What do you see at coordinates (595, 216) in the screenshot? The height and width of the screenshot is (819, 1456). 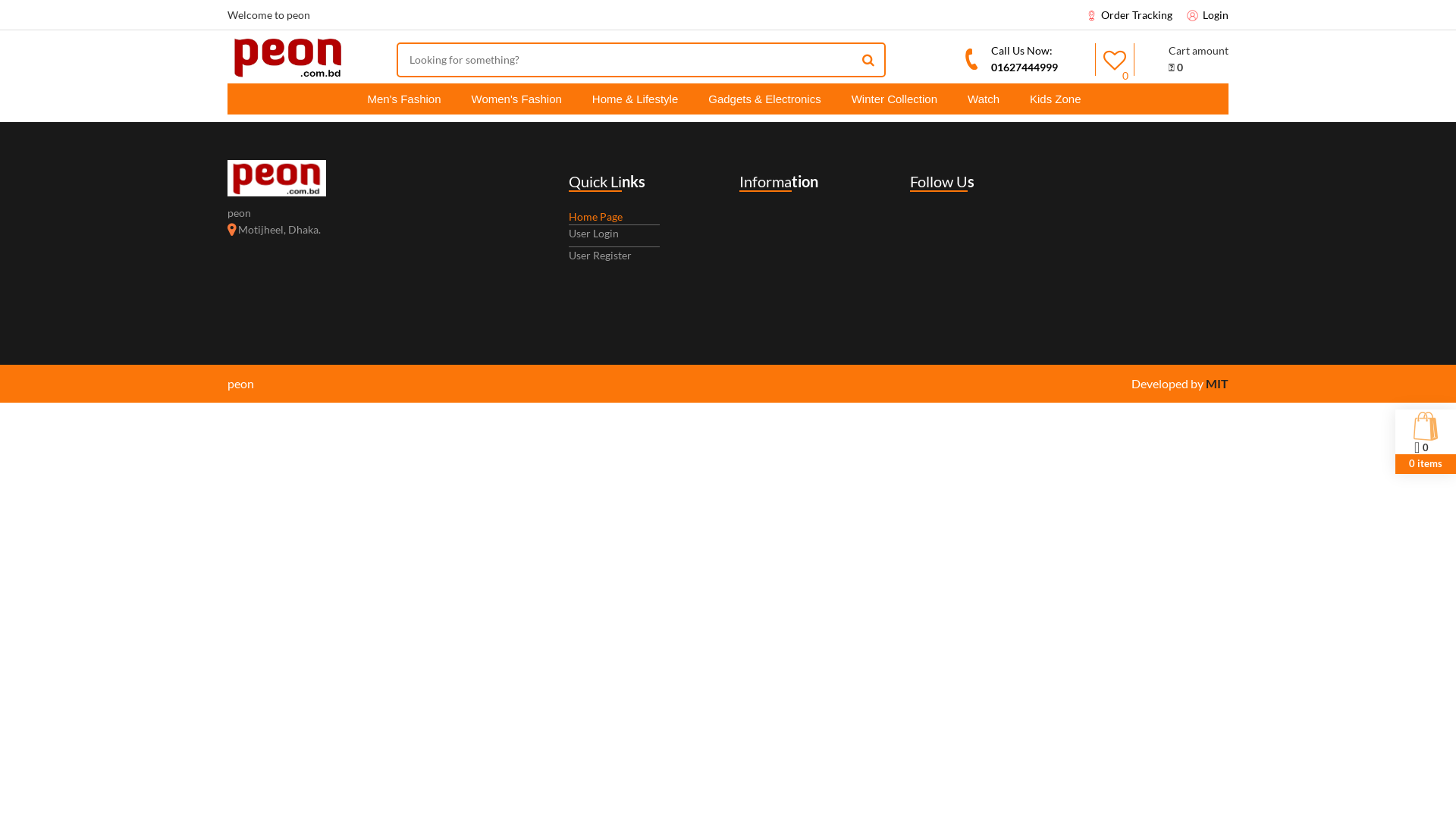 I see `'Home Page'` at bounding box center [595, 216].